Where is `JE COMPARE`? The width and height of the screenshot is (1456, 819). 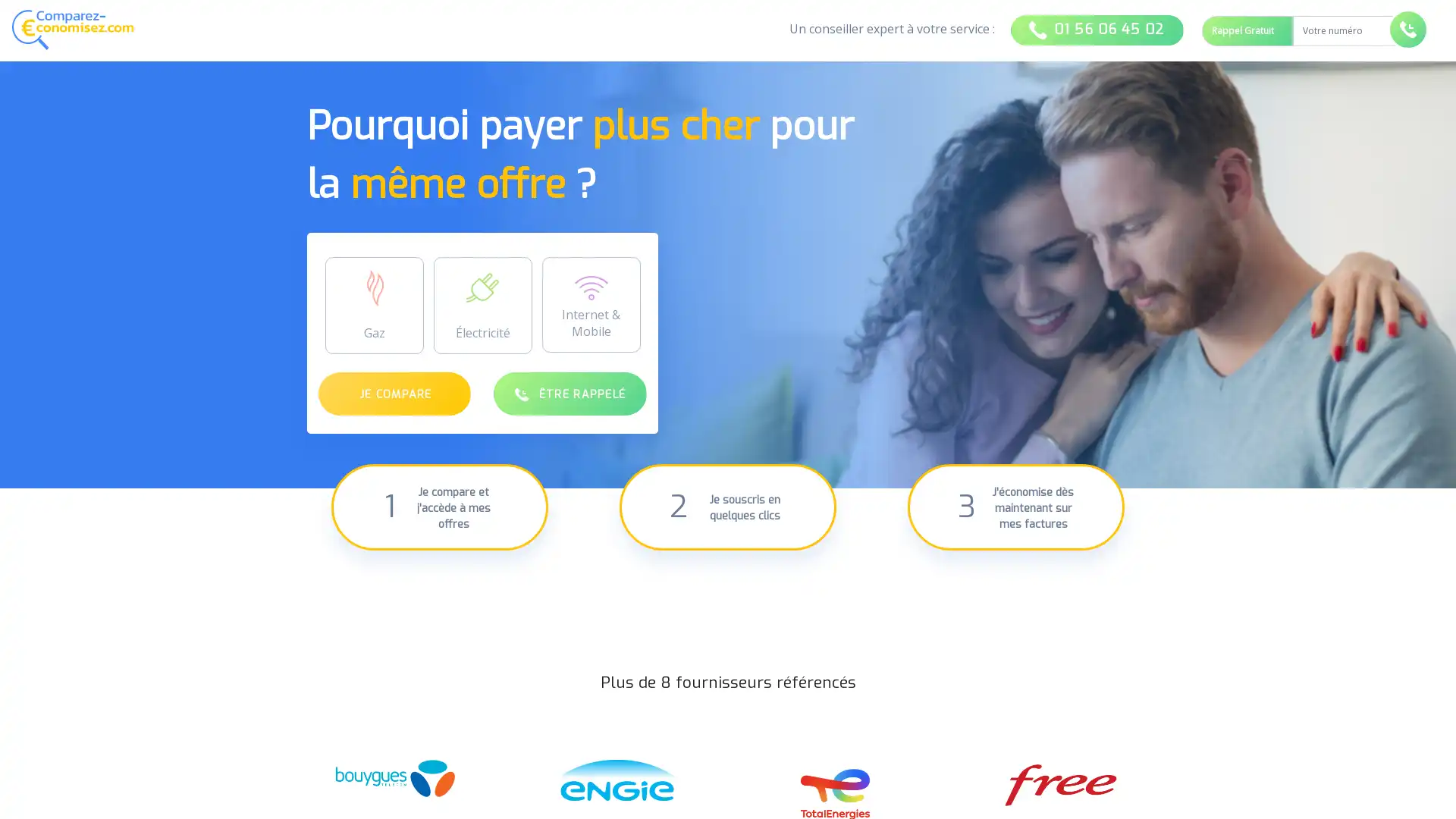 JE COMPARE is located at coordinates (394, 393).